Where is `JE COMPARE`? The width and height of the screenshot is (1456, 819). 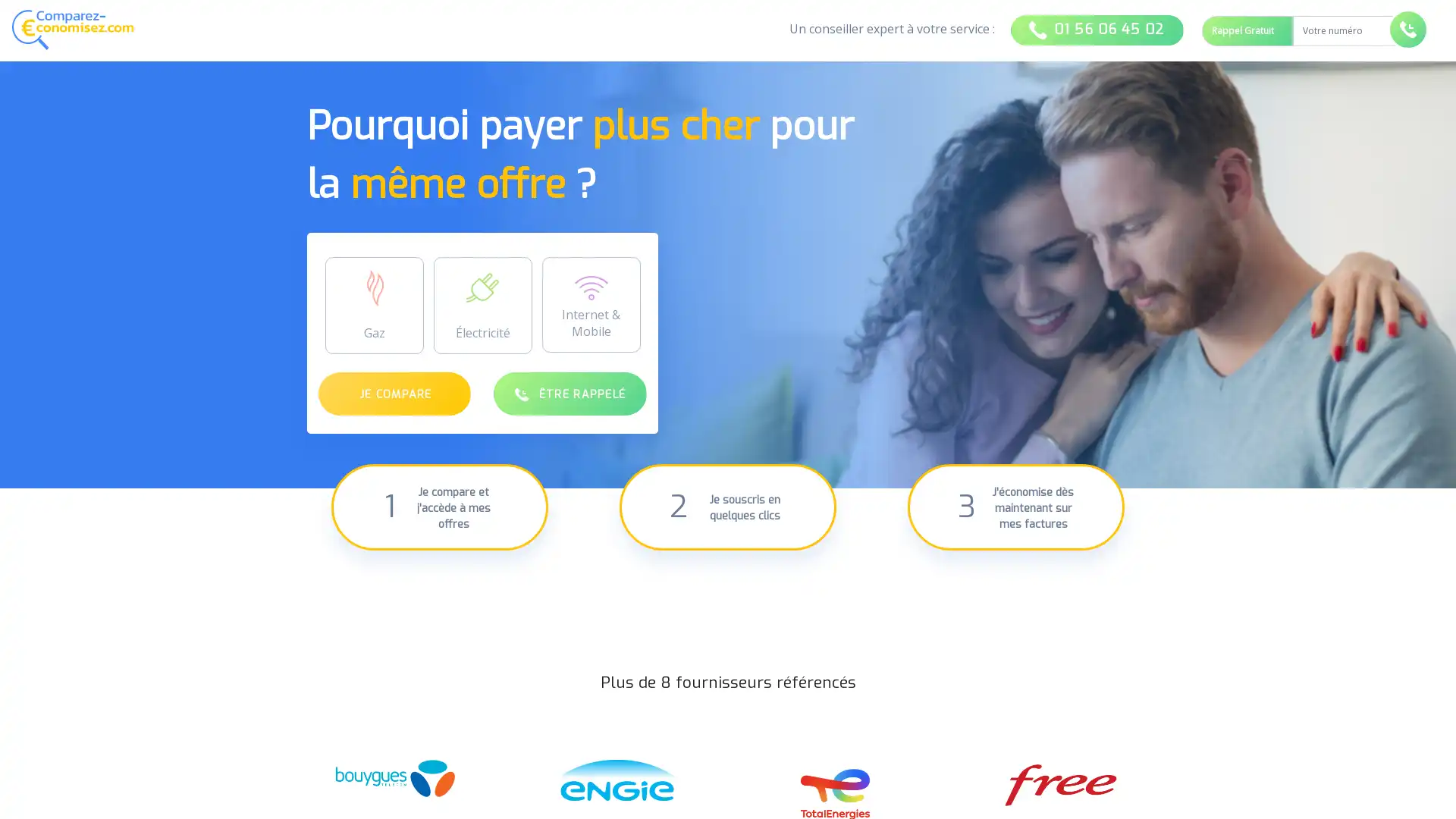 JE COMPARE is located at coordinates (394, 393).